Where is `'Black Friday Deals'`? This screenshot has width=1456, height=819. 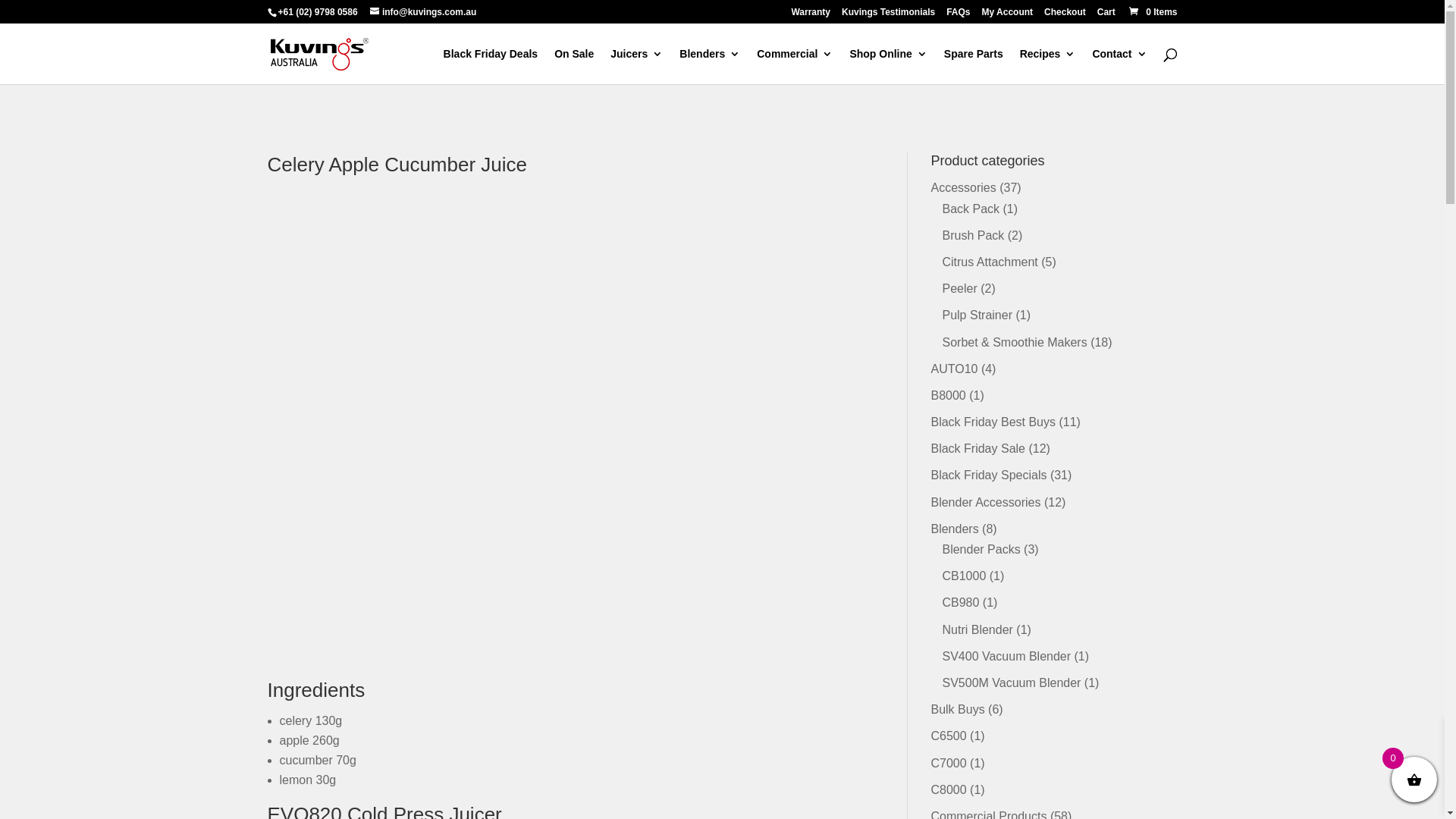 'Black Friday Deals' is located at coordinates (491, 65).